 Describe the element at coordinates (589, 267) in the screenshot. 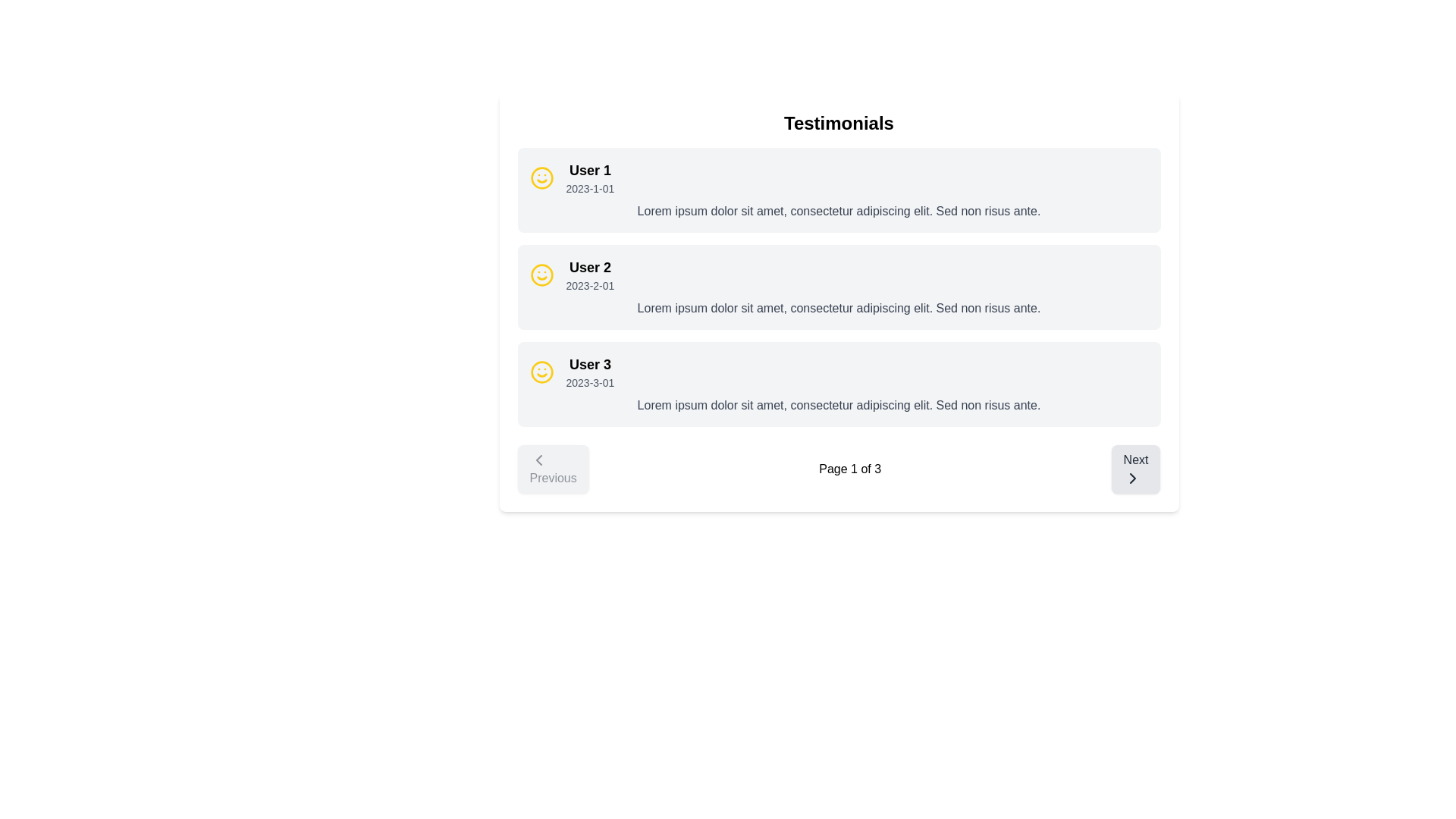

I see `the bolded text label 'User 2' that identifies a user in the Testimonials section, located in the second row, next to a smiley icon and above the date '2023-2-01'` at that location.